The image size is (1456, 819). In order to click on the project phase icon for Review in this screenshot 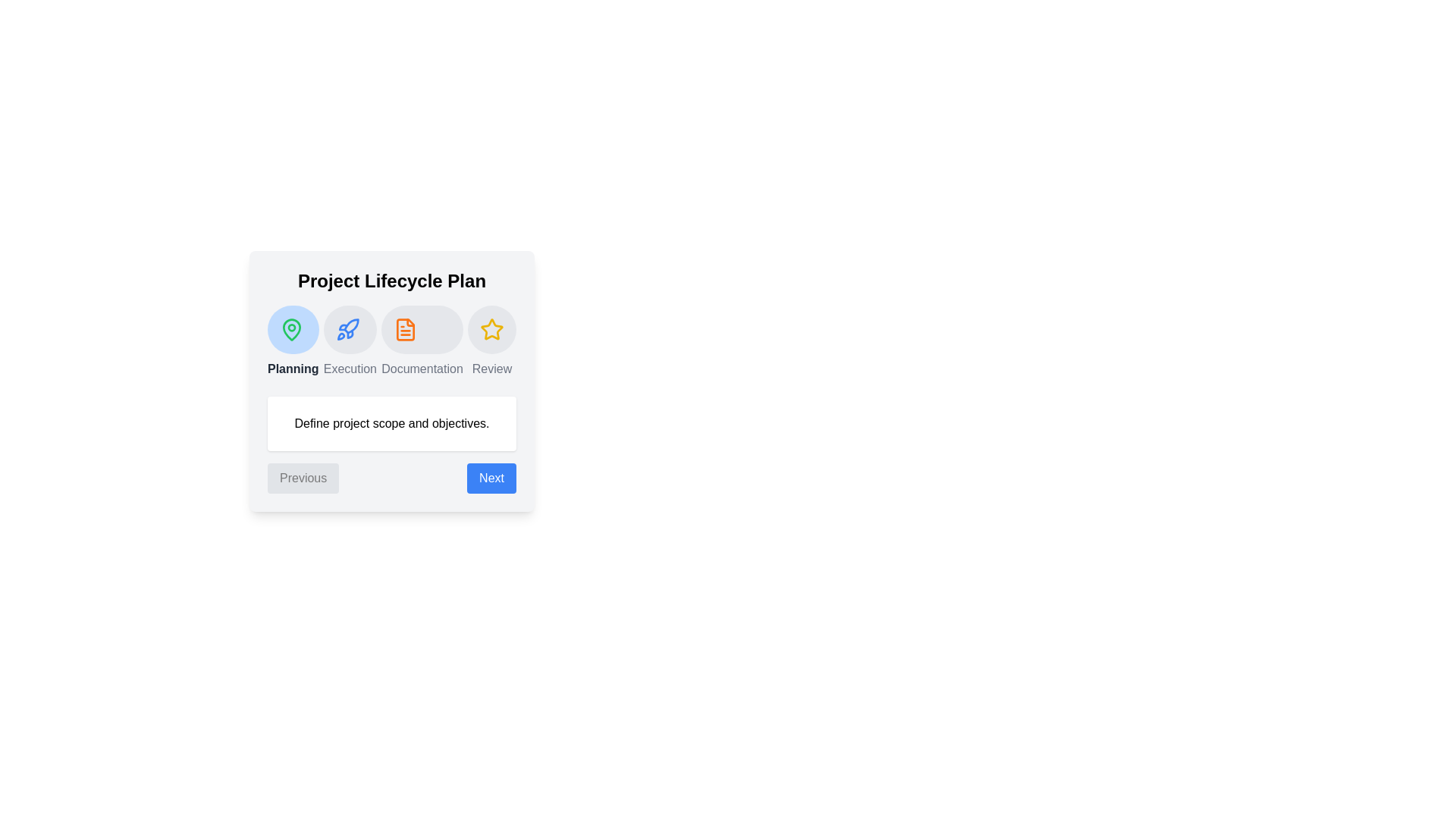, I will do `click(491, 329)`.